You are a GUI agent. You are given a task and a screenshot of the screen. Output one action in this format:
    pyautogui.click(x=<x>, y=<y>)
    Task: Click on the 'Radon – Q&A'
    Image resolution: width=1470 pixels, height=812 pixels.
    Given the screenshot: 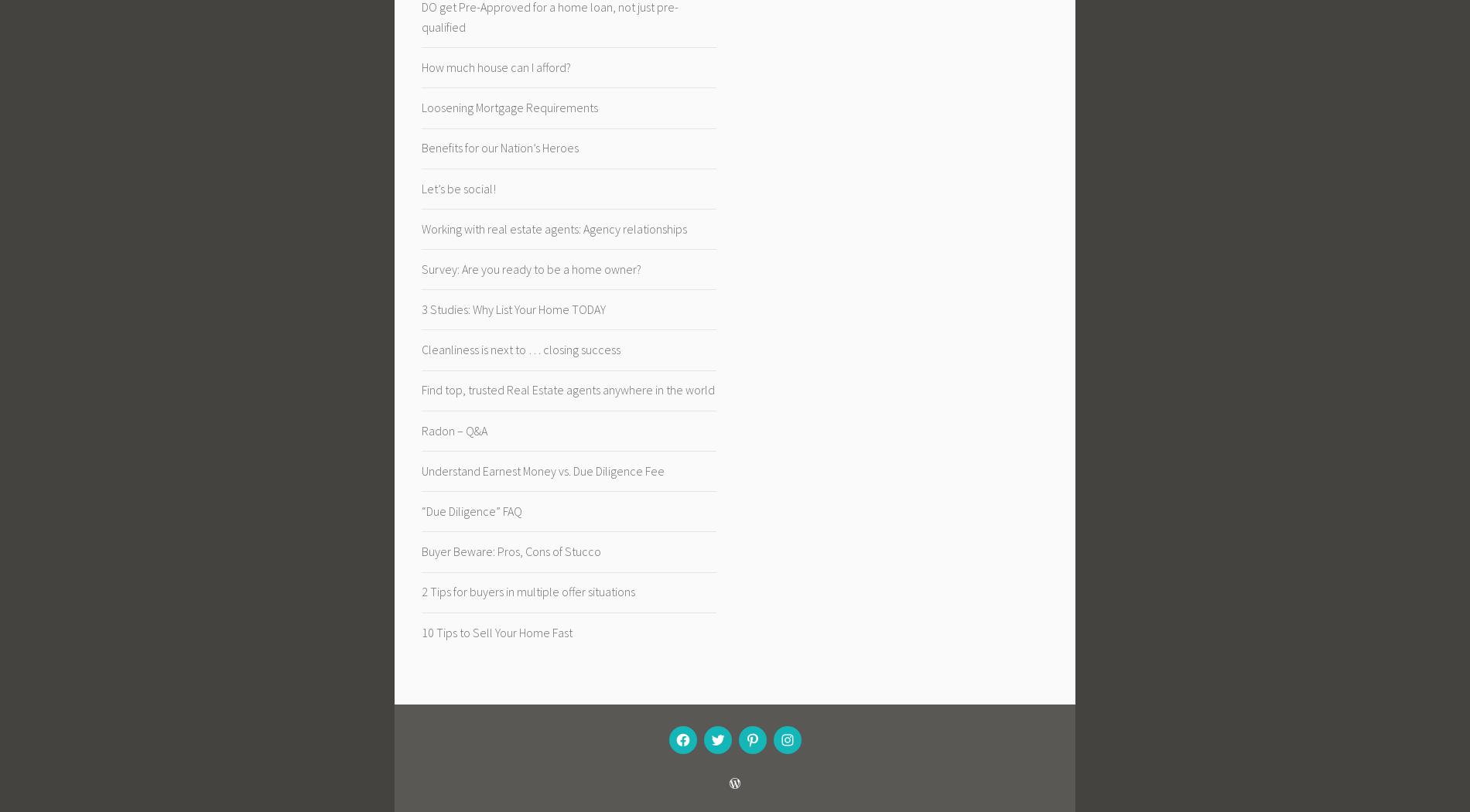 What is the action you would take?
    pyautogui.click(x=454, y=429)
    